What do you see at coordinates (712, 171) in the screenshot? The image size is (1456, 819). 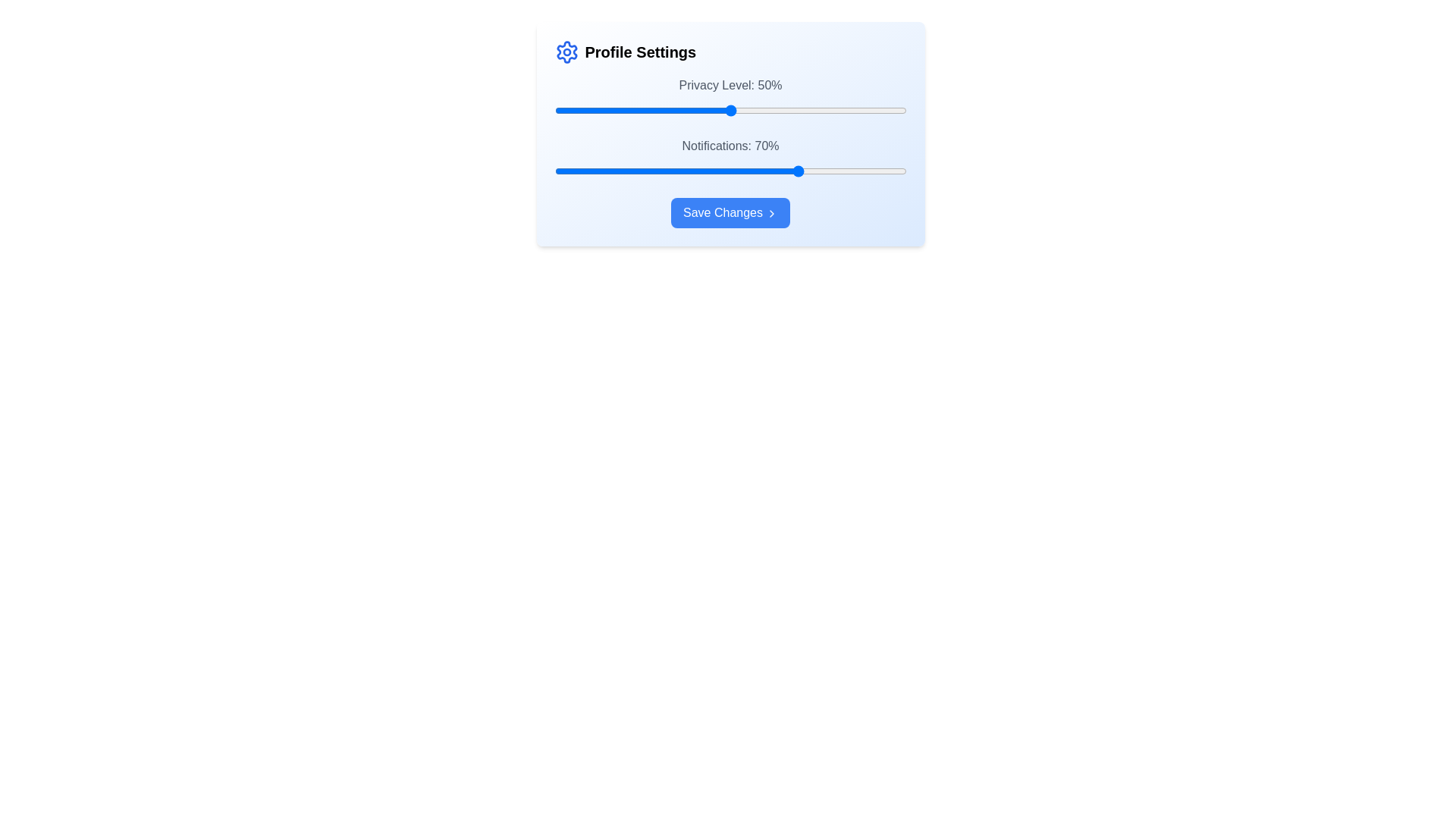 I see `the 'Notifications' slider to 45% by adjusting its position` at bounding box center [712, 171].